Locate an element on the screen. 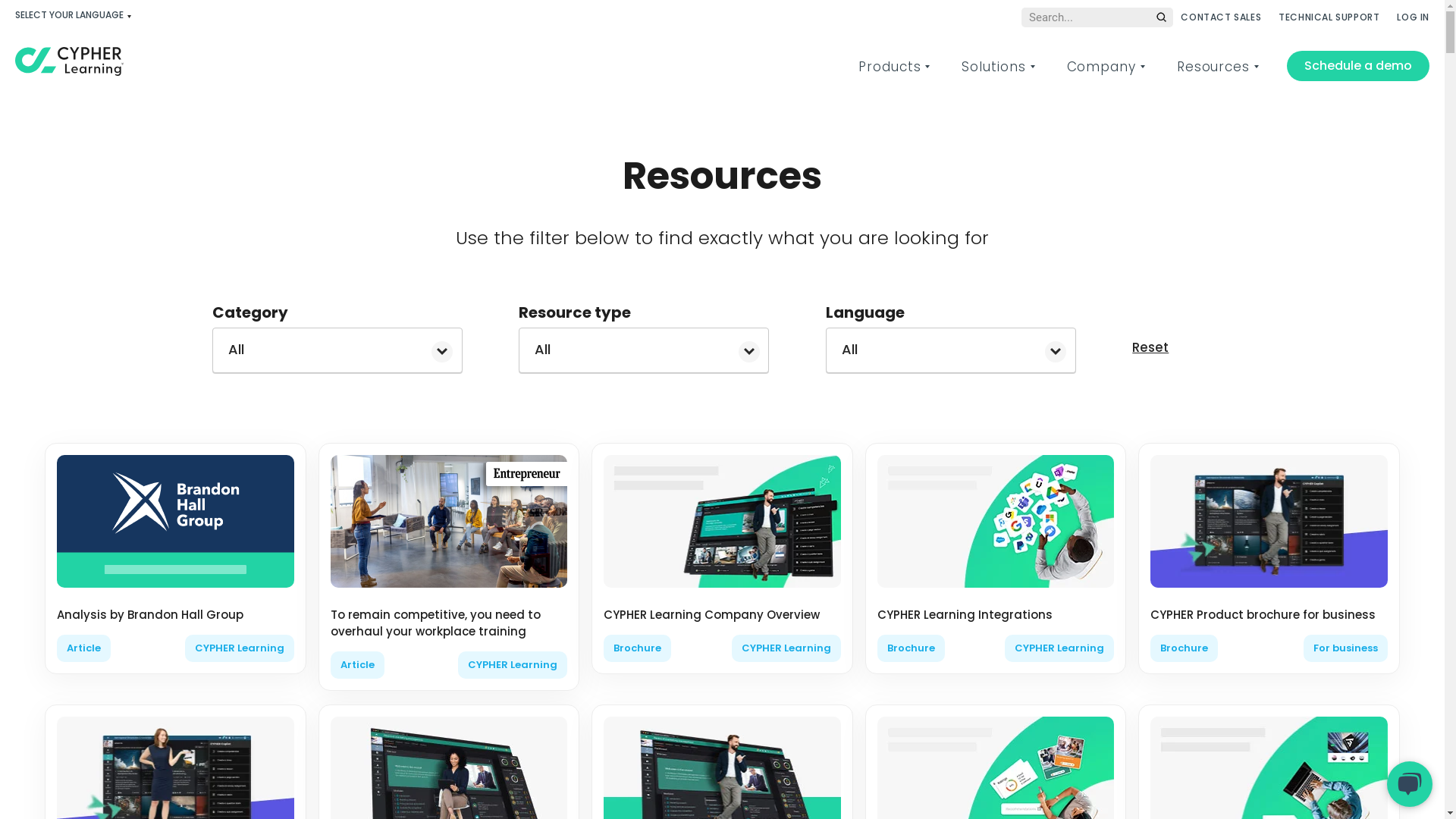 This screenshot has height=819, width=1456. 'Reset' is located at coordinates (1150, 347).